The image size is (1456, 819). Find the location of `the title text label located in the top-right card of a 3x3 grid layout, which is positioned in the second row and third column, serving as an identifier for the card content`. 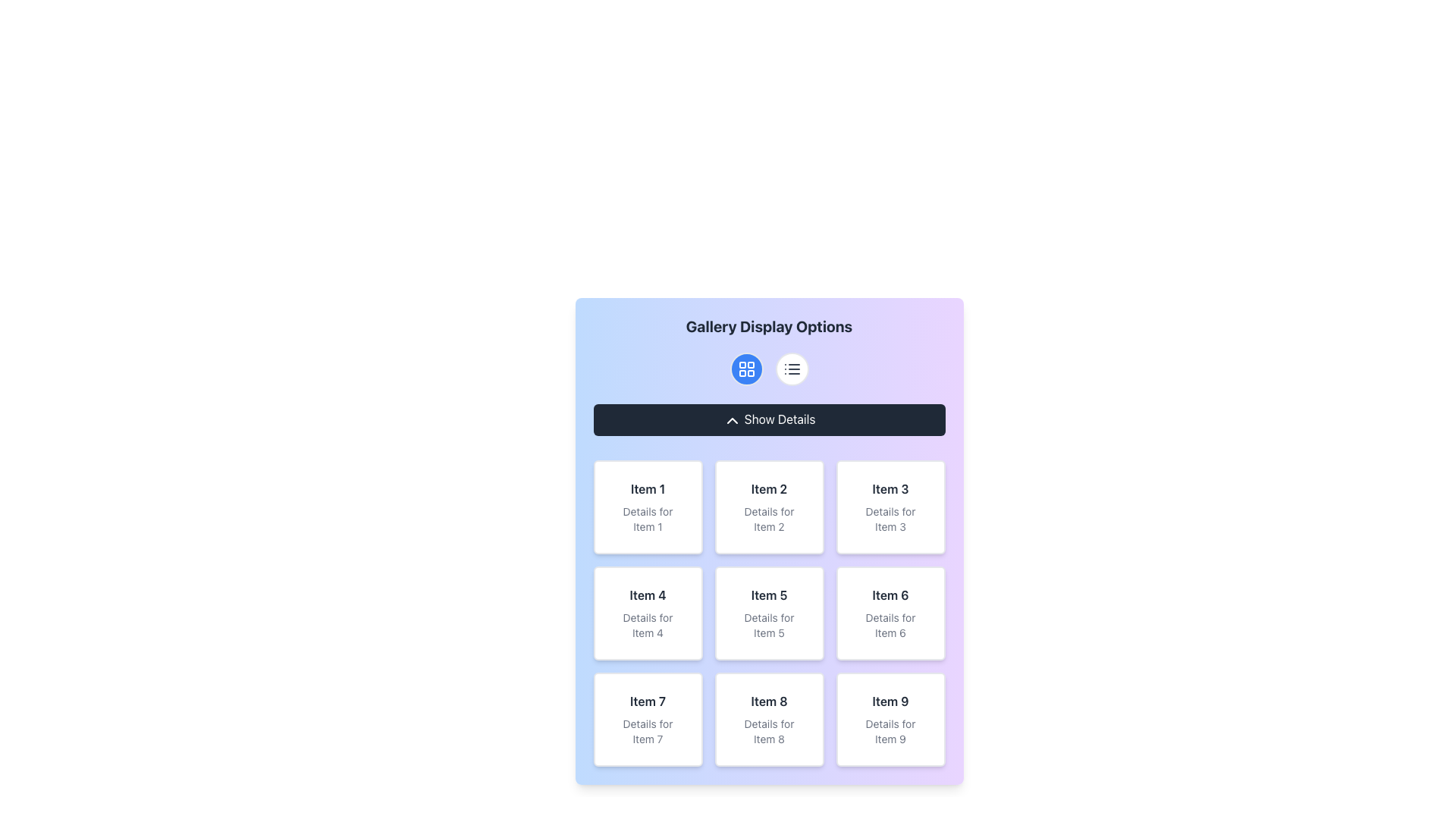

the title text label located in the top-right card of a 3x3 grid layout, which is positioned in the second row and third column, serving as an identifier for the card content is located at coordinates (890, 488).